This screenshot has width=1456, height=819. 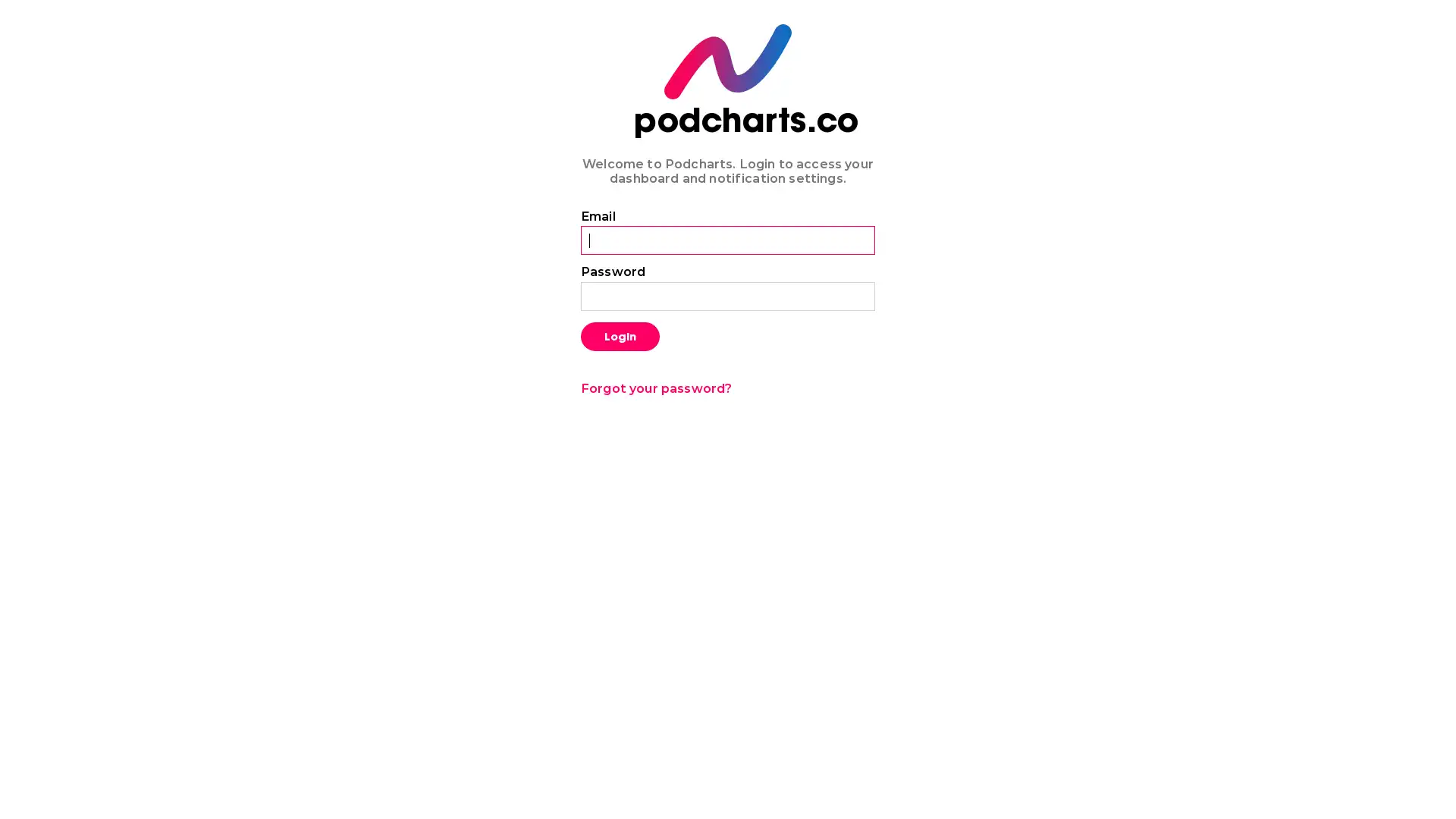 What do you see at coordinates (620, 335) in the screenshot?
I see `Login` at bounding box center [620, 335].